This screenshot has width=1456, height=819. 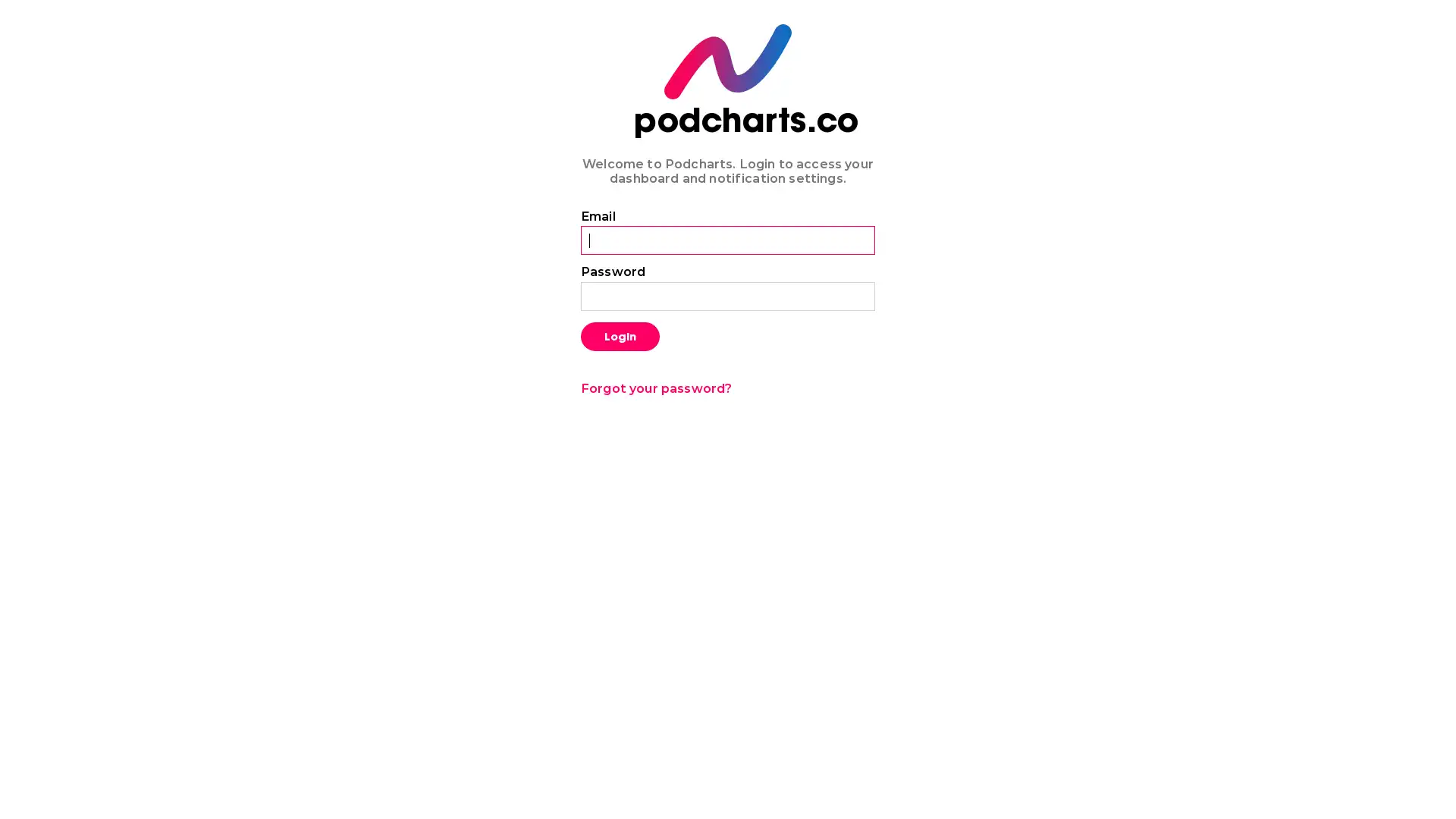 What do you see at coordinates (620, 335) in the screenshot?
I see `Login` at bounding box center [620, 335].